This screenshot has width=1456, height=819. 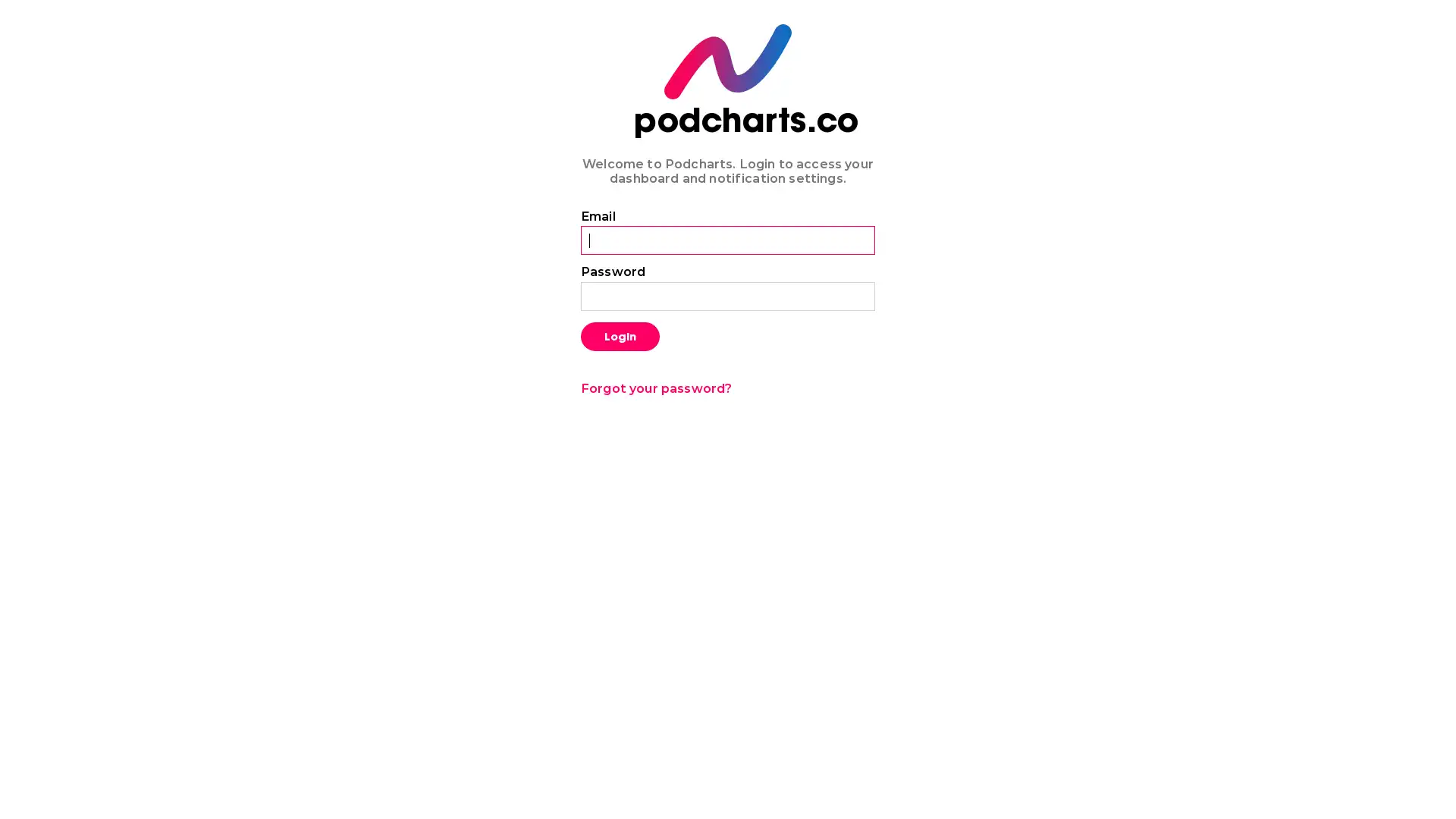 What do you see at coordinates (620, 335) in the screenshot?
I see `Login` at bounding box center [620, 335].